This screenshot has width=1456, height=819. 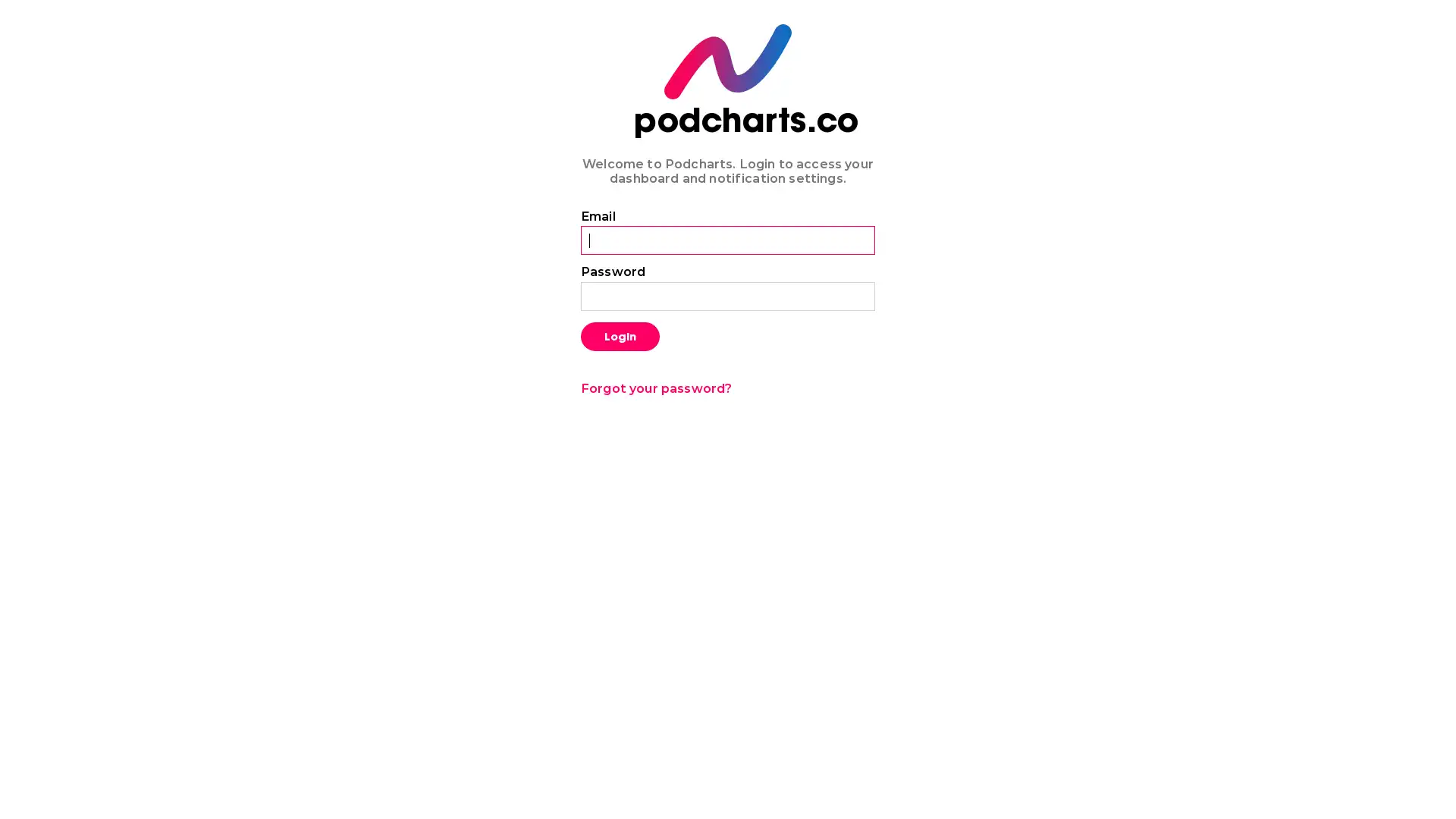 What do you see at coordinates (620, 335) in the screenshot?
I see `Login` at bounding box center [620, 335].